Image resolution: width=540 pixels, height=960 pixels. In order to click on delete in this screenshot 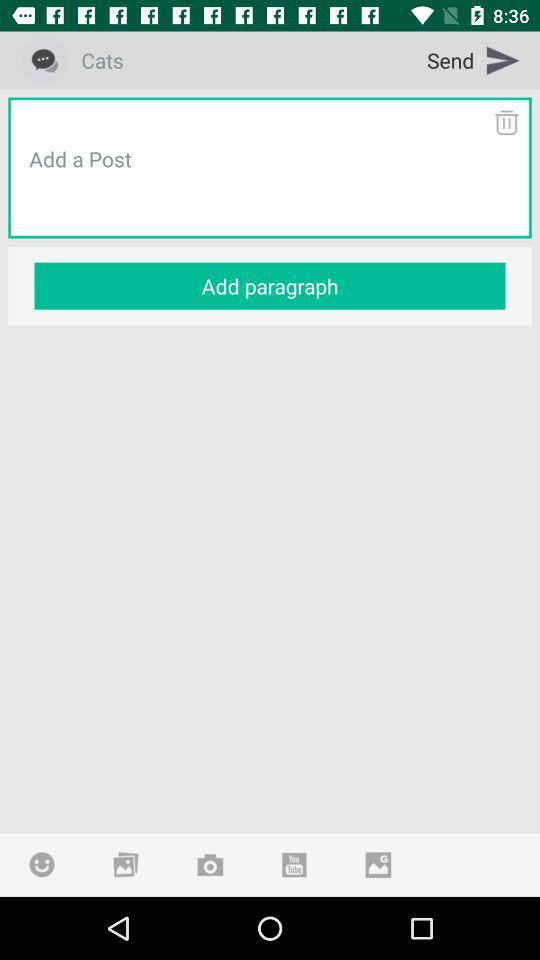, I will do `click(505, 121)`.